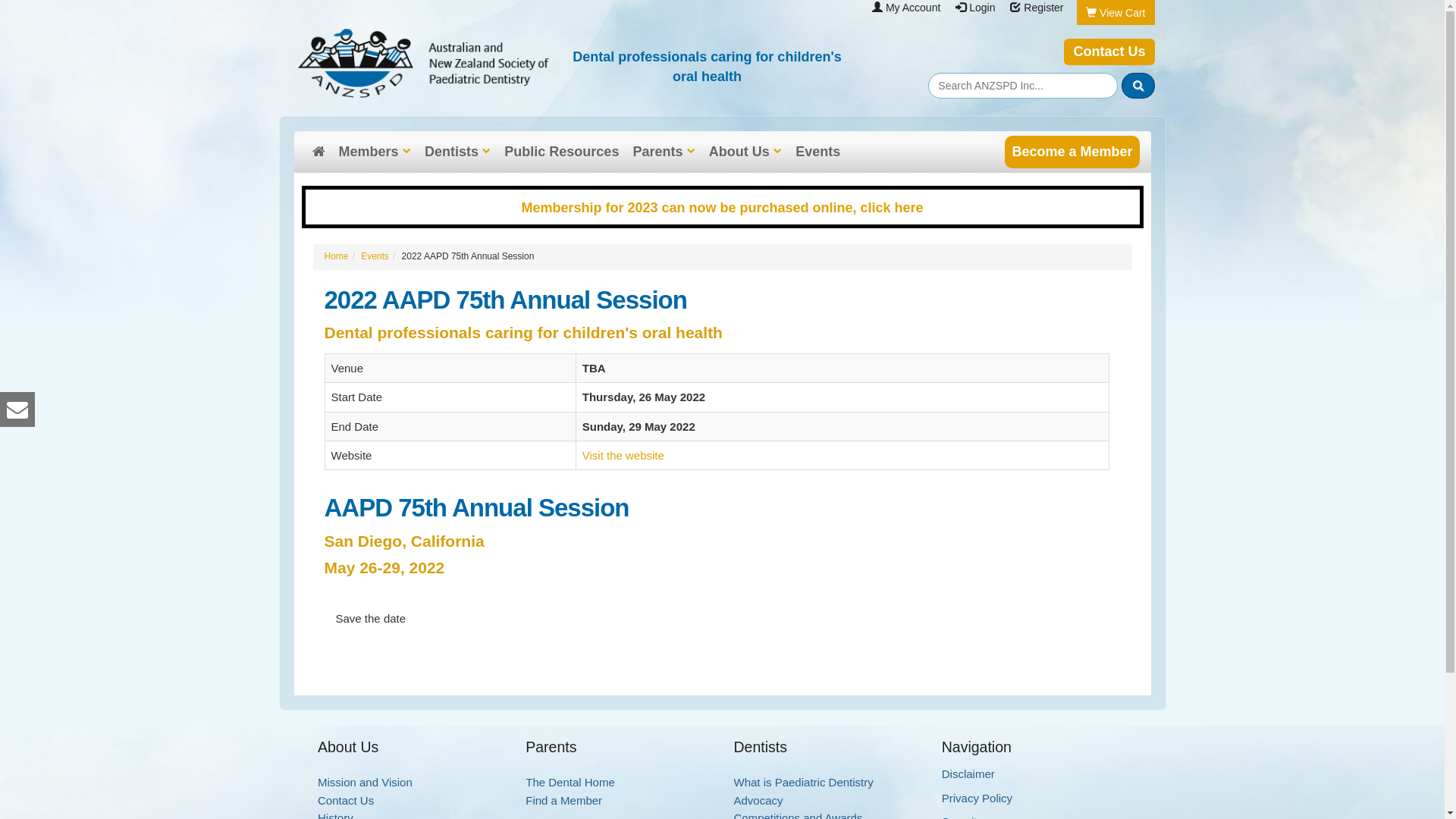 Image resolution: width=1456 pixels, height=819 pixels. I want to click on 'What is Paediatric Dentistry', so click(803, 782).